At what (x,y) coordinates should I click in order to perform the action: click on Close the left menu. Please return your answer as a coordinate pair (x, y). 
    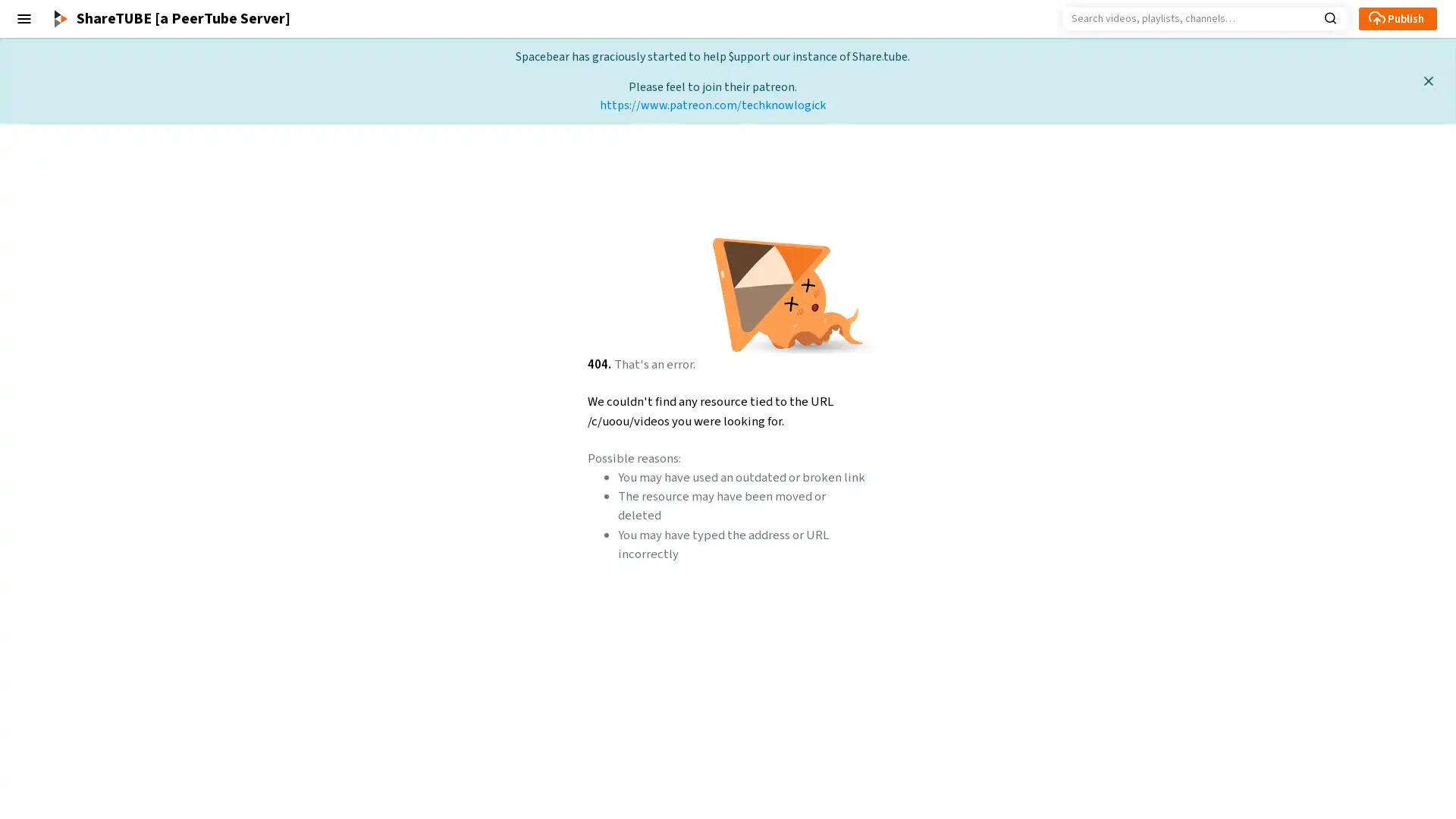
    Looking at the image, I should click on (24, 18).